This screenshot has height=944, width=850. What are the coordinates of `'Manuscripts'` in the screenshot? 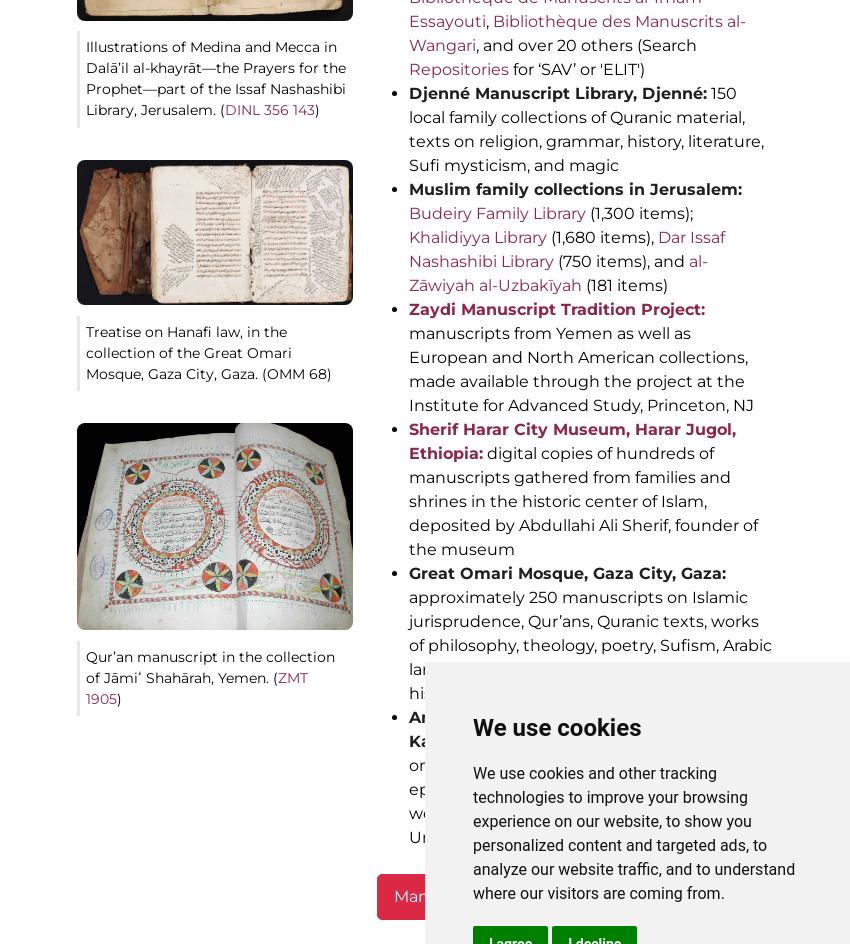 It's located at (442, 895).